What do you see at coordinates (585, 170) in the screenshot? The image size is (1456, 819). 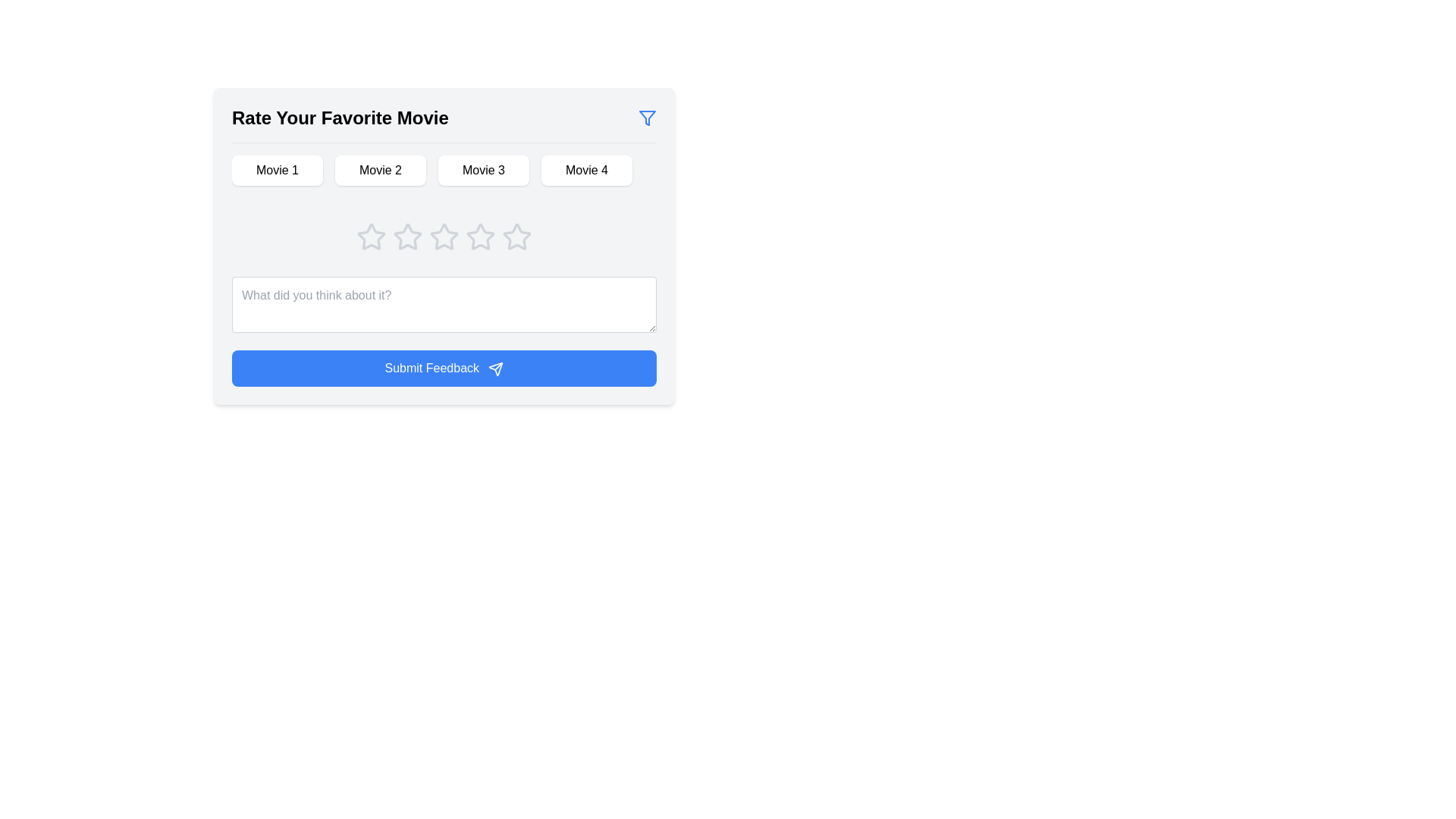 I see `the button labeled 'Movie 4' which is the last in a horizontal sequence of four similar buttons` at bounding box center [585, 170].